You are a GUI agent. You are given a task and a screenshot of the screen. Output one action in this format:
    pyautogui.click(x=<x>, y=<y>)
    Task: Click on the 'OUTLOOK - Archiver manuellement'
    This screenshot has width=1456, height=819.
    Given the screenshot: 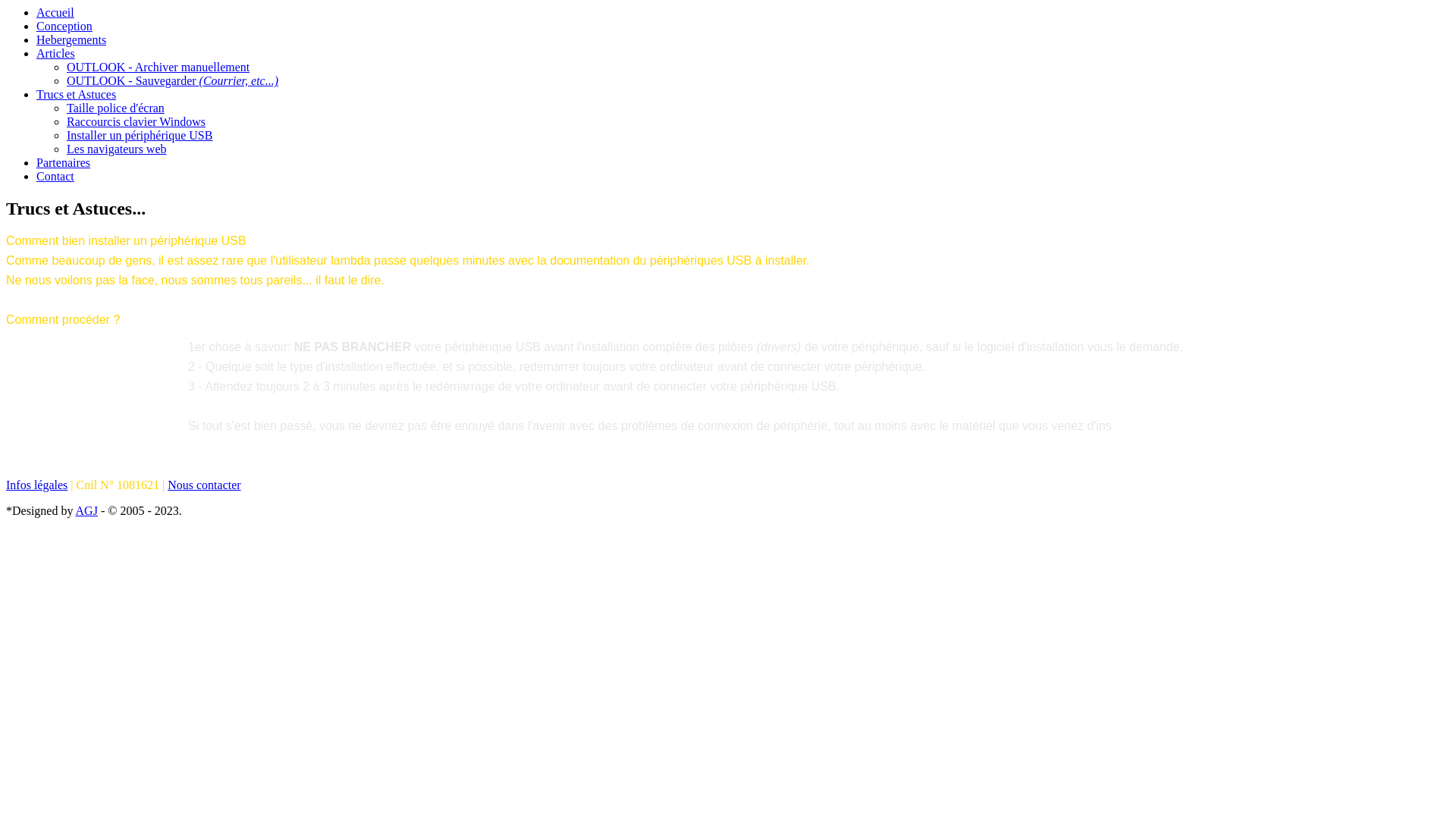 What is the action you would take?
    pyautogui.click(x=158, y=66)
    